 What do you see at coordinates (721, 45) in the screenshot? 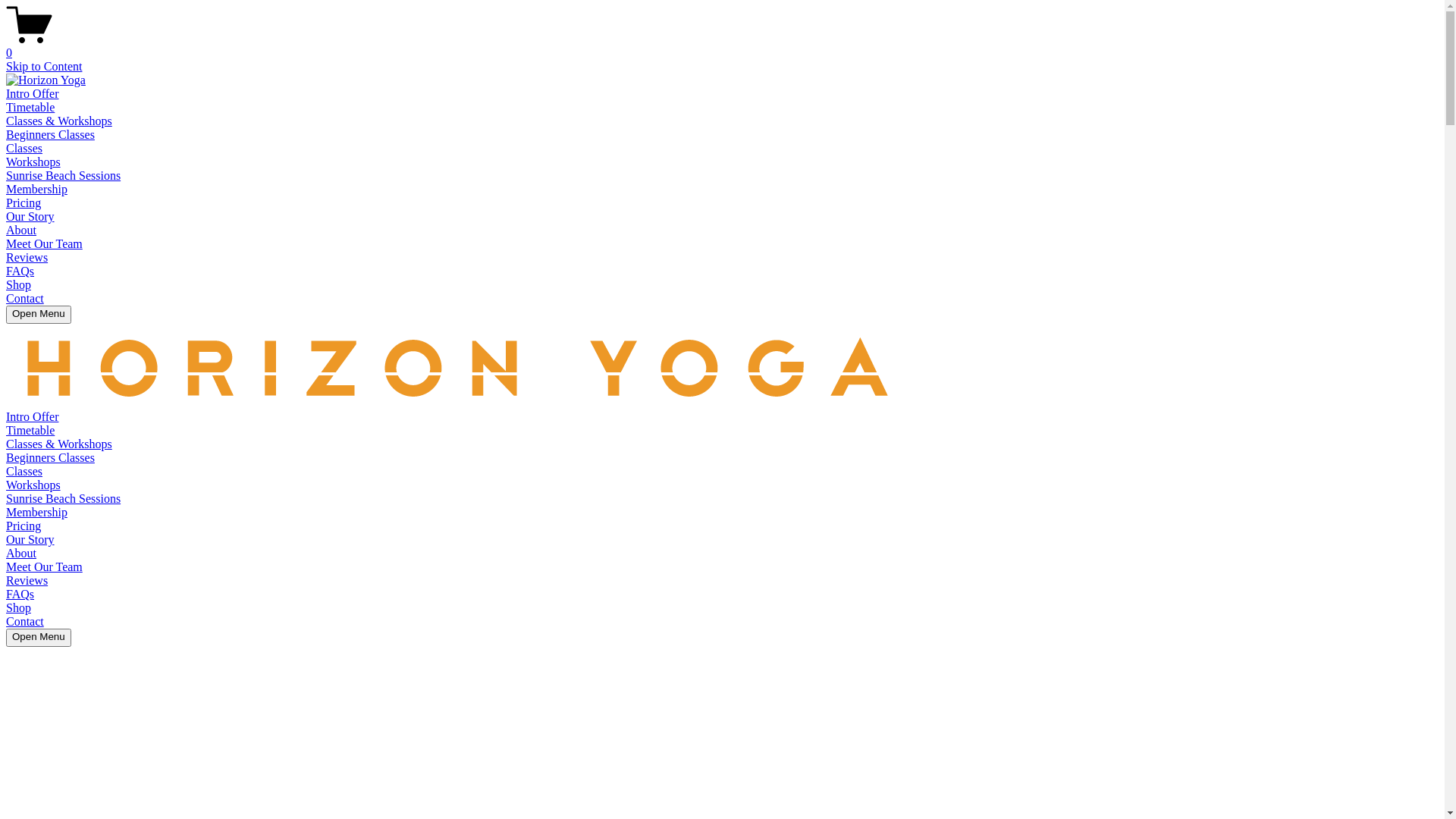
I see `'0'` at bounding box center [721, 45].